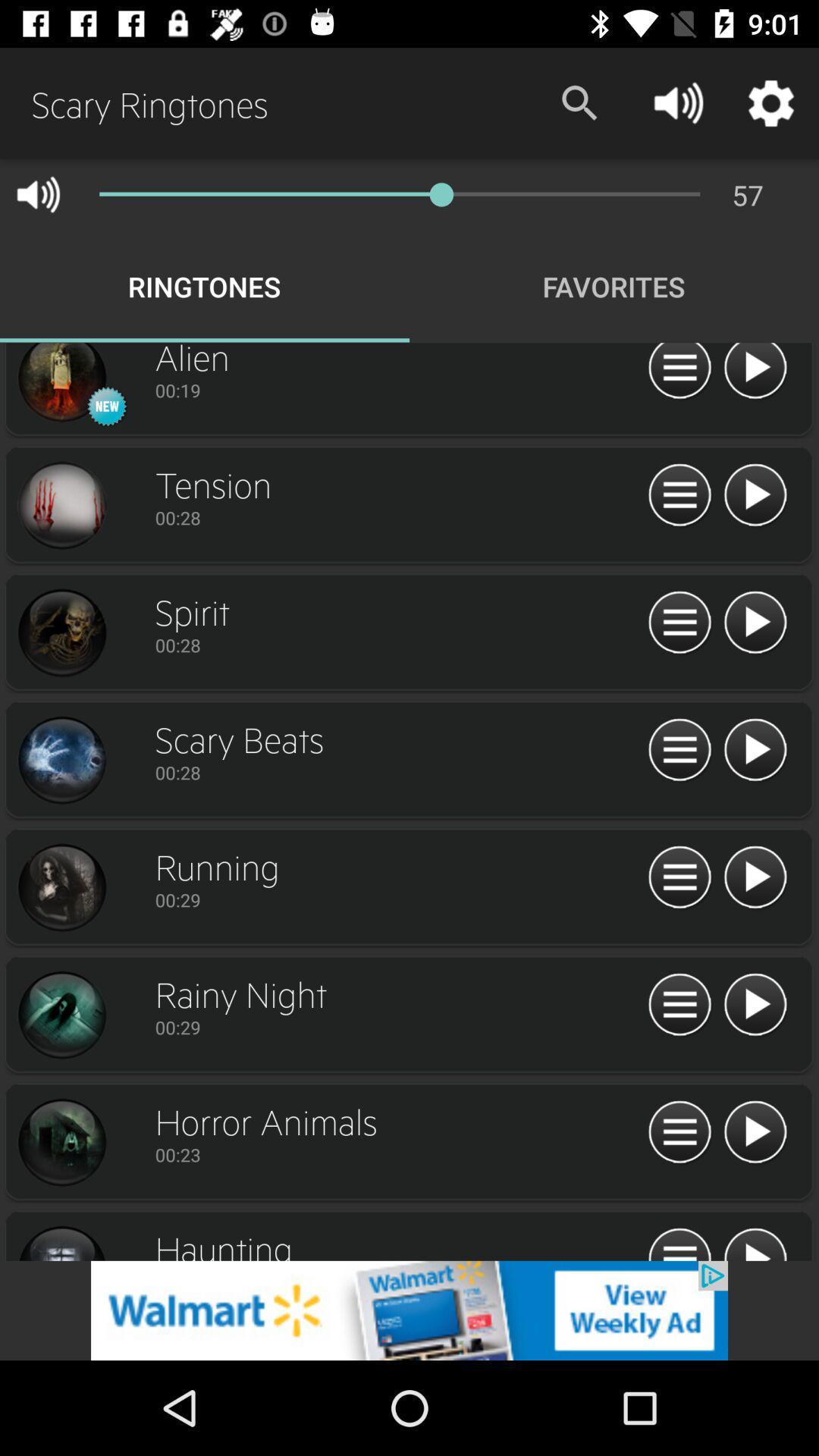 Image resolution: width=819 pixels, height=1456 pixels. Describe the element at coordinates (755, 750) in the screenshot. I see `to play particular` at that location.